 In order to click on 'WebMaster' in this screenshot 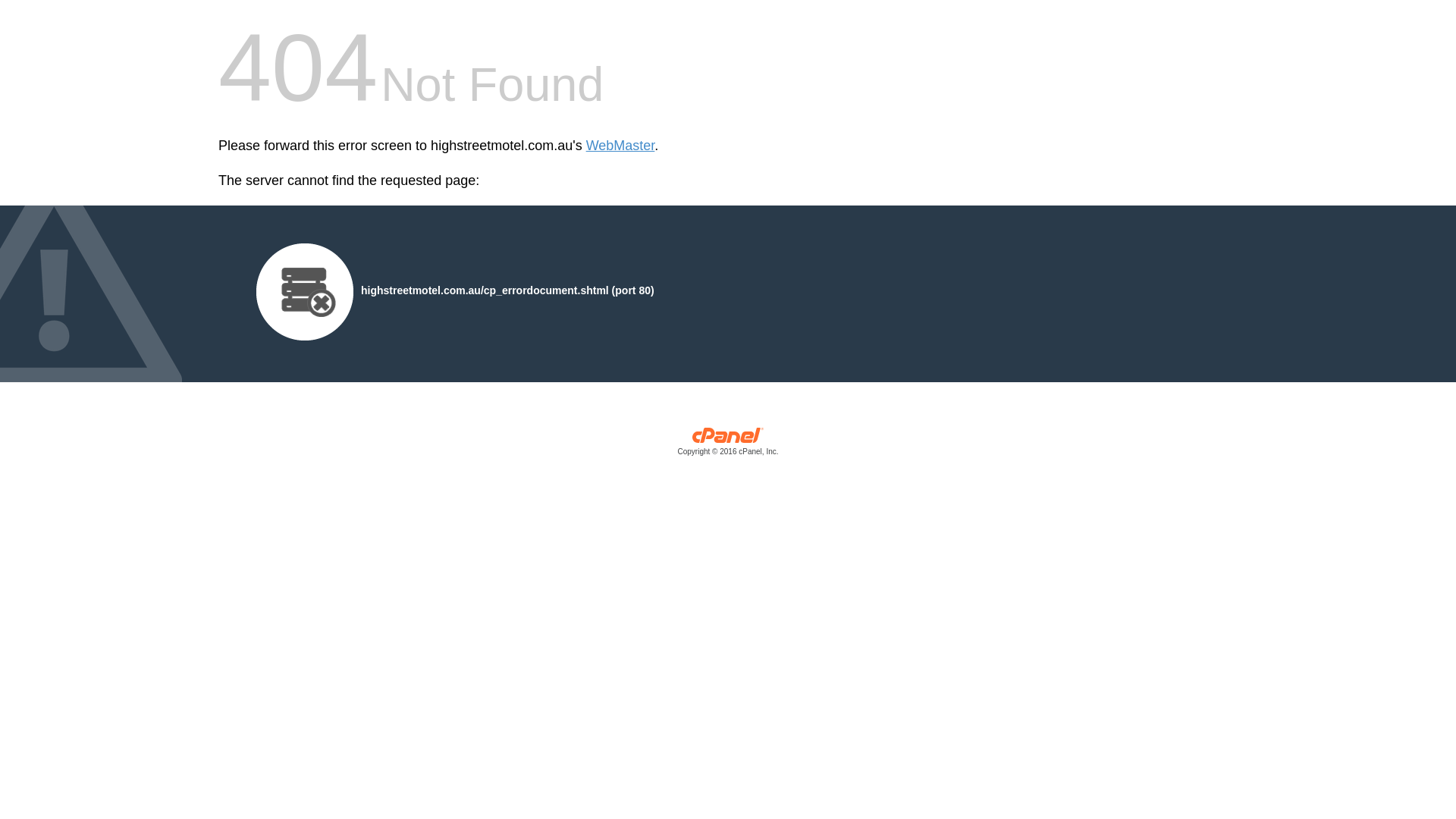, I will do `click(620, 146)`.